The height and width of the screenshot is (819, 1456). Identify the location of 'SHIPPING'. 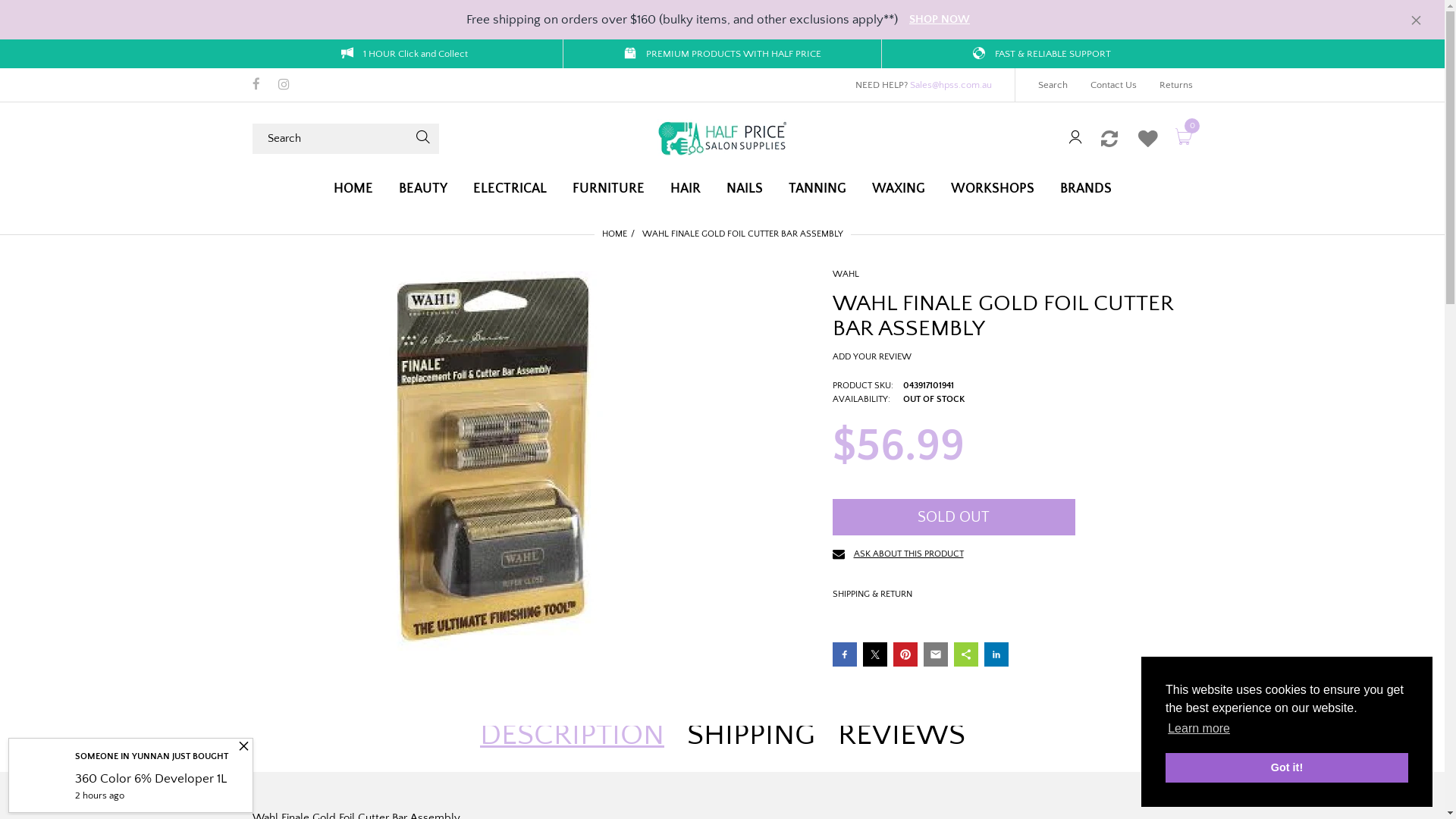
(751, 733).